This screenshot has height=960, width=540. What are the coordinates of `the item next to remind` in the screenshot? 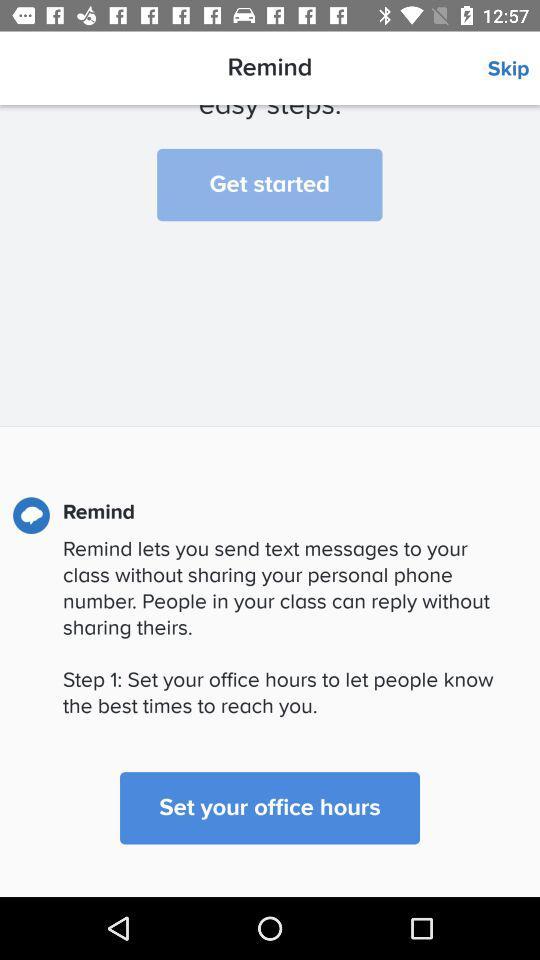 It's located at (513, 69).